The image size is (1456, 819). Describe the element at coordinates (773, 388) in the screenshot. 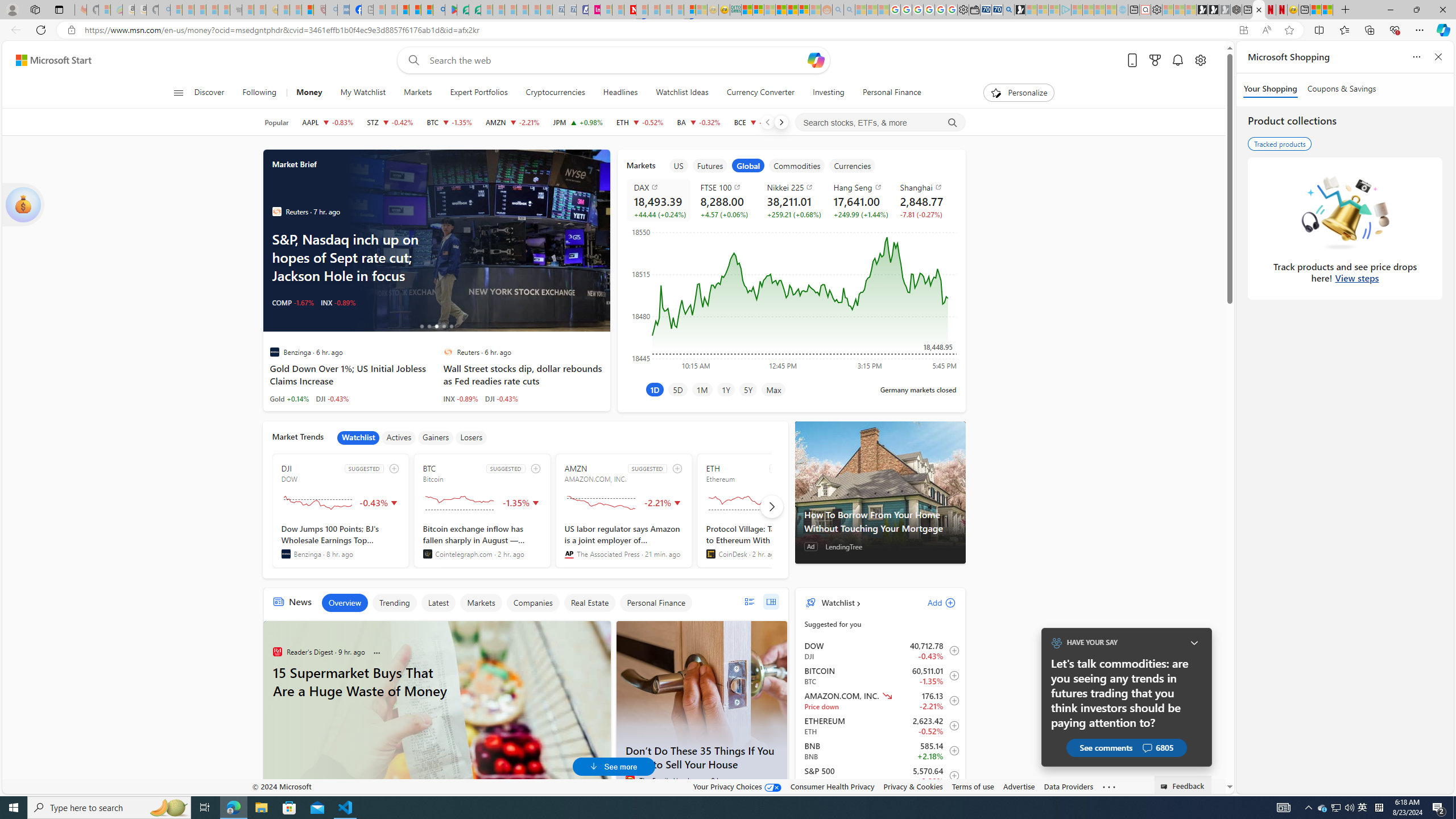

I see `'Max'` at that location.